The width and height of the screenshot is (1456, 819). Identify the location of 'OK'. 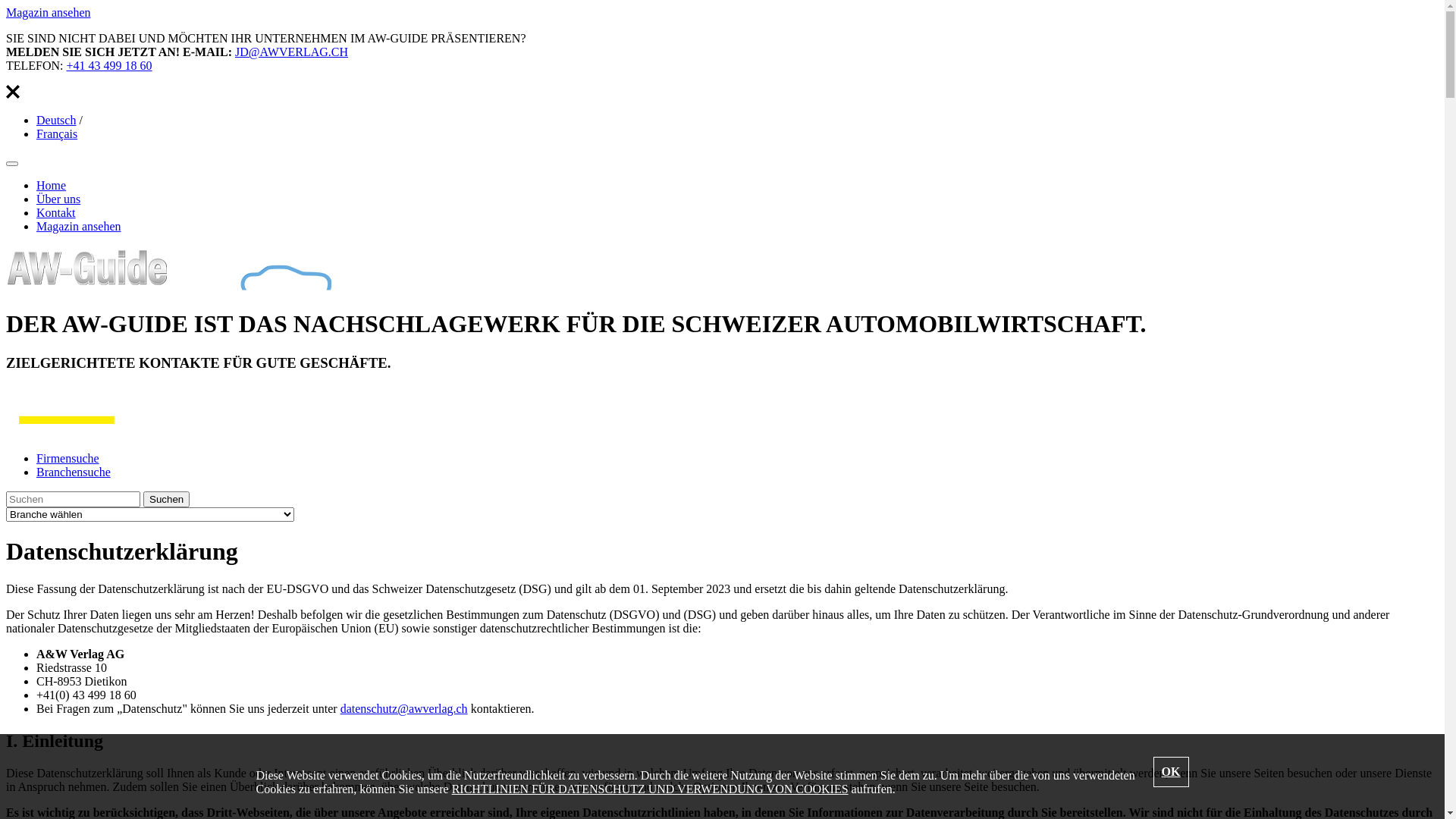
(1170, 772).